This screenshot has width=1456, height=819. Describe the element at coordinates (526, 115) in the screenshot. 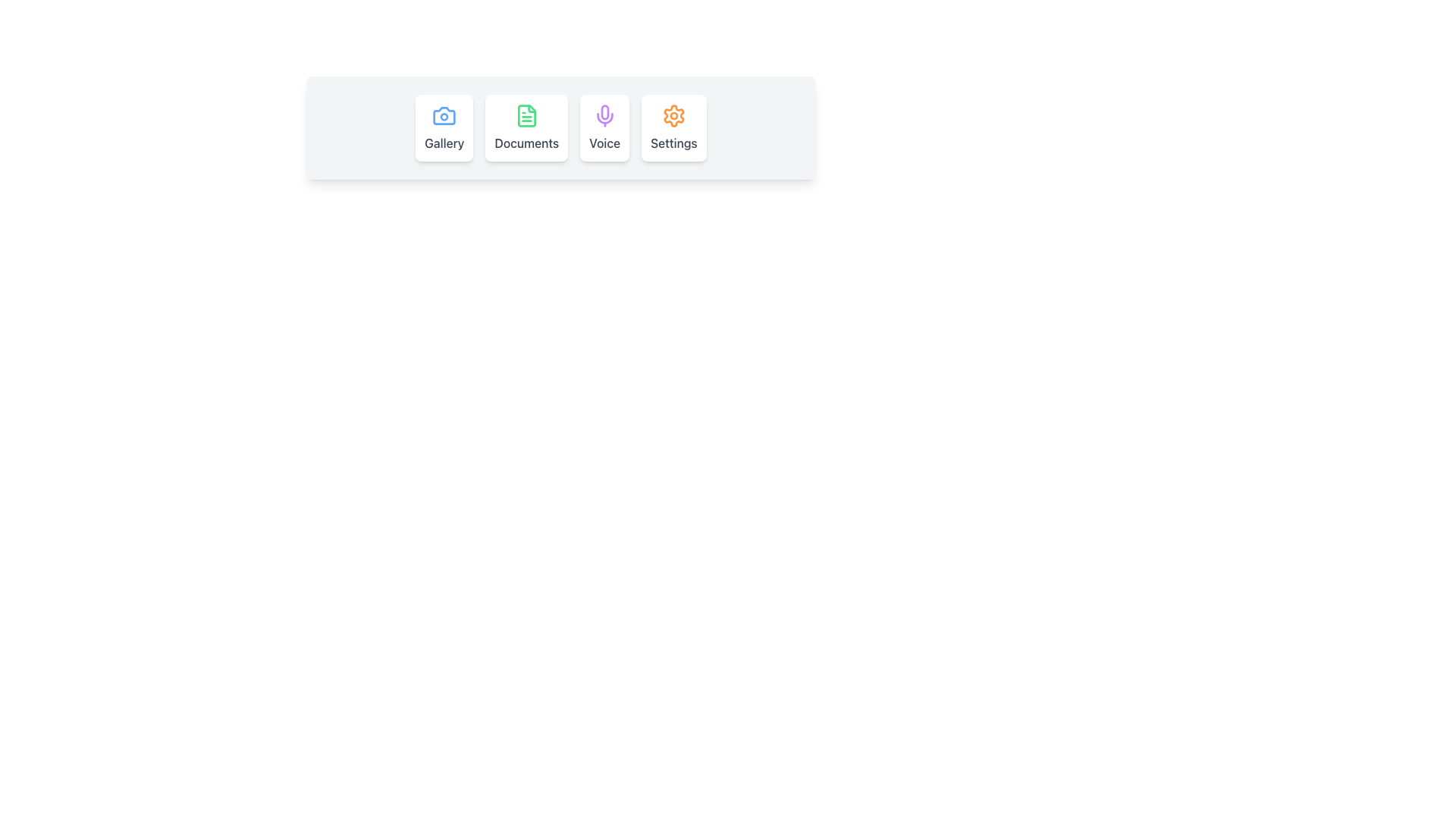

I see `icon resembling a document with a green outline, which is the second icon in the navigation row, labeled 'Documents'` at that location.